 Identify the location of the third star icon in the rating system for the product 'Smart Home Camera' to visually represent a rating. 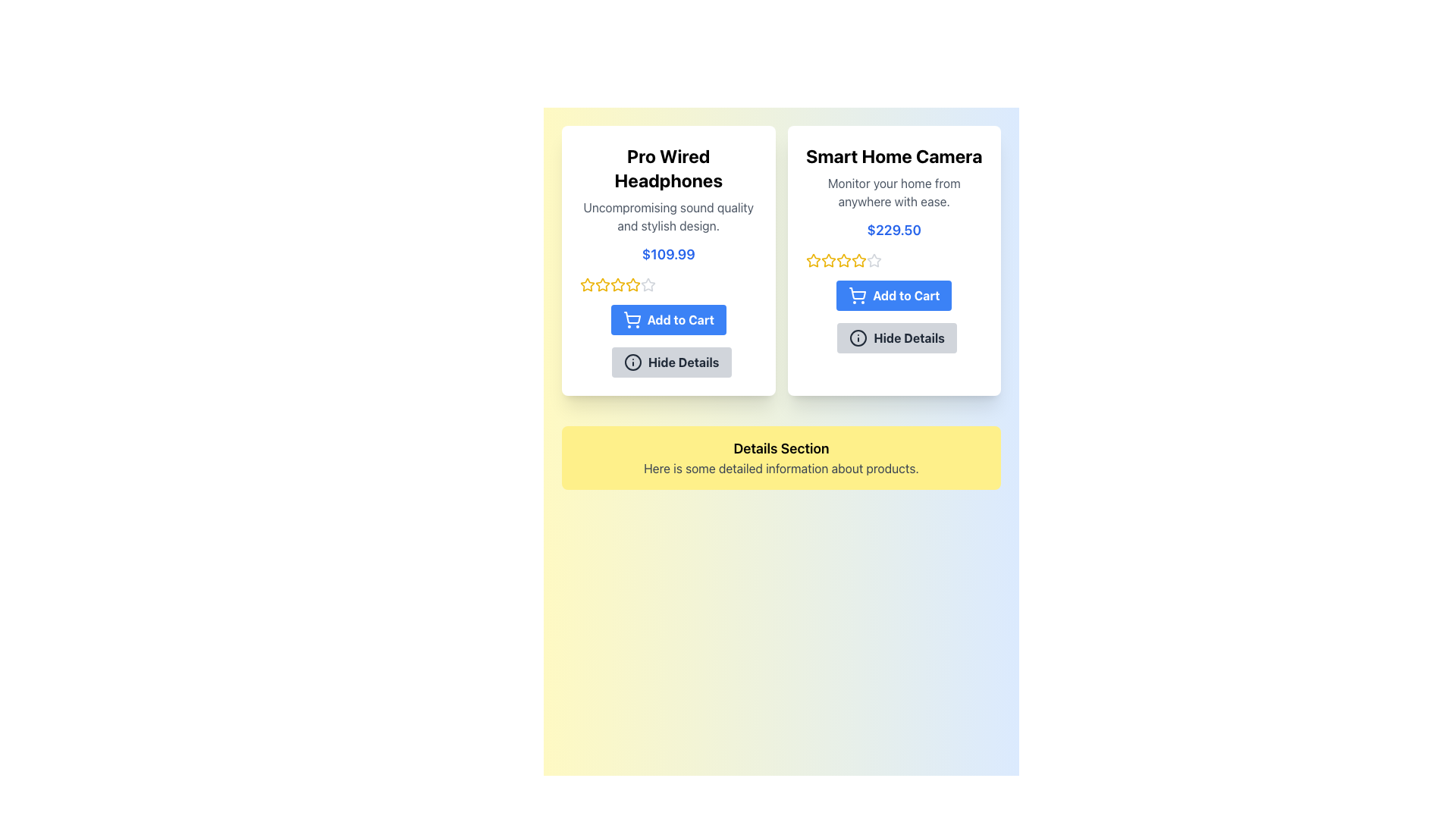
(858, 259).